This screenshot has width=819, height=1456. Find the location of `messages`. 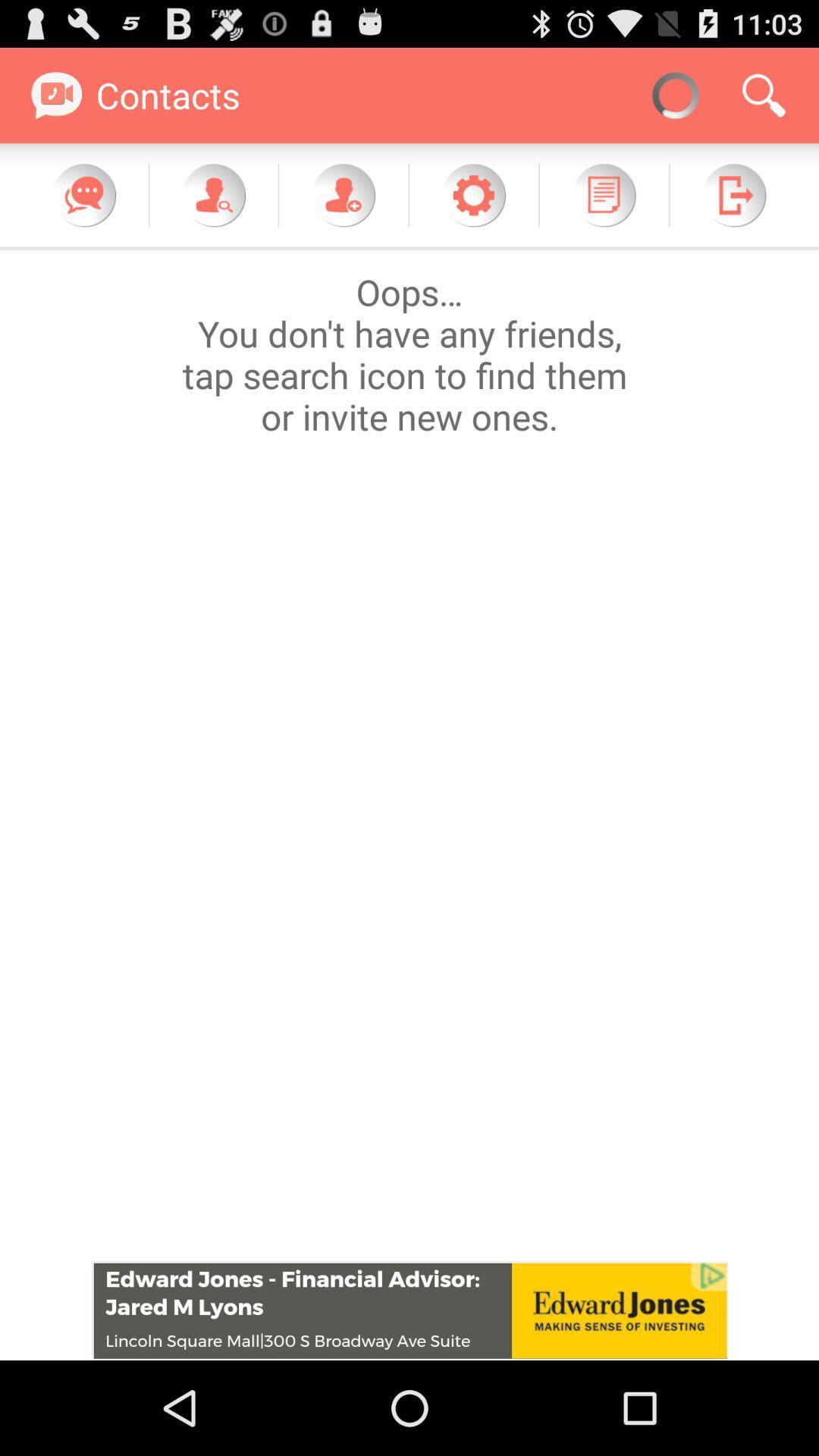

messages is located at coordinates (84, 194).